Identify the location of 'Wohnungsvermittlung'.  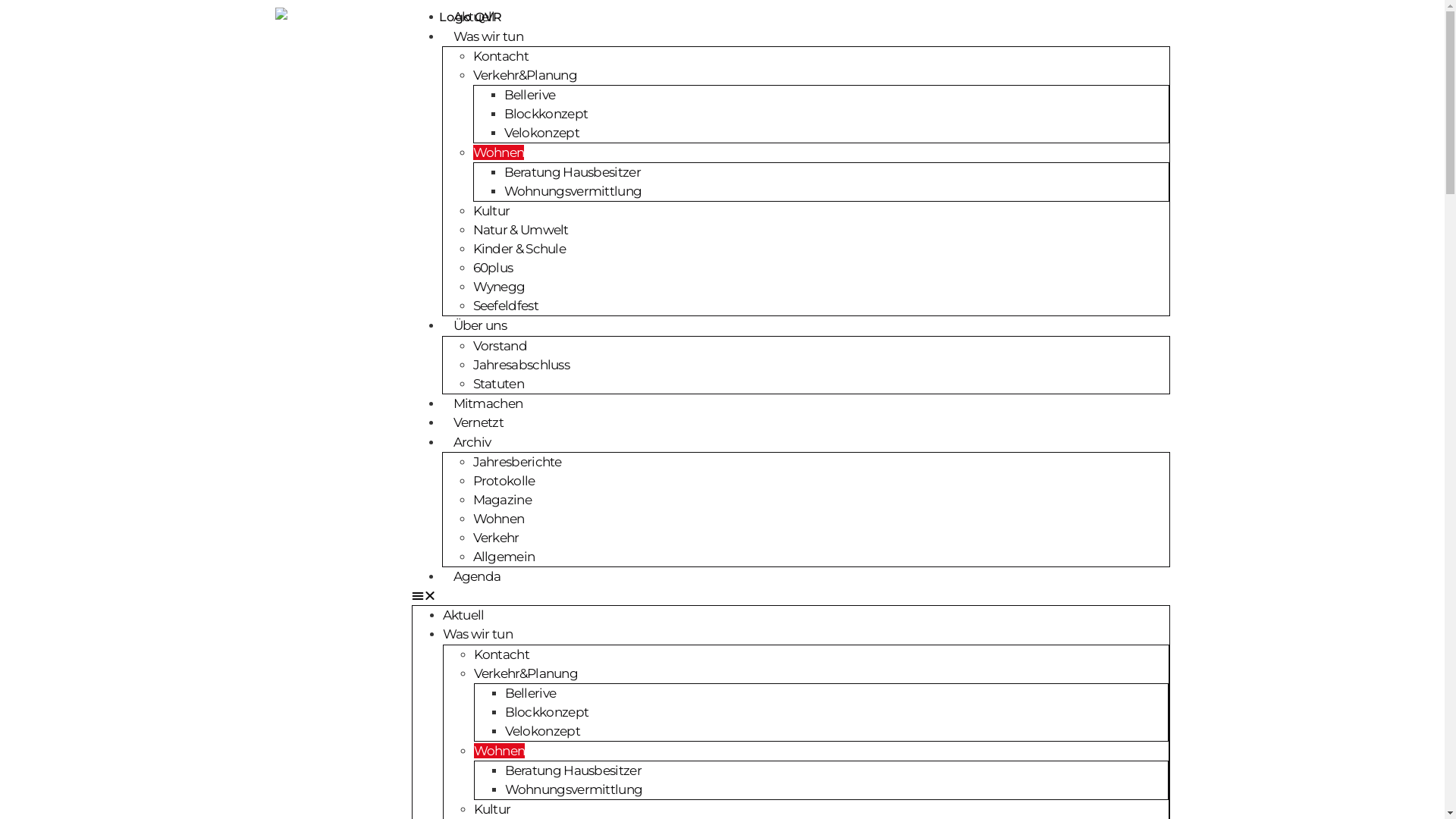
(571, 190).